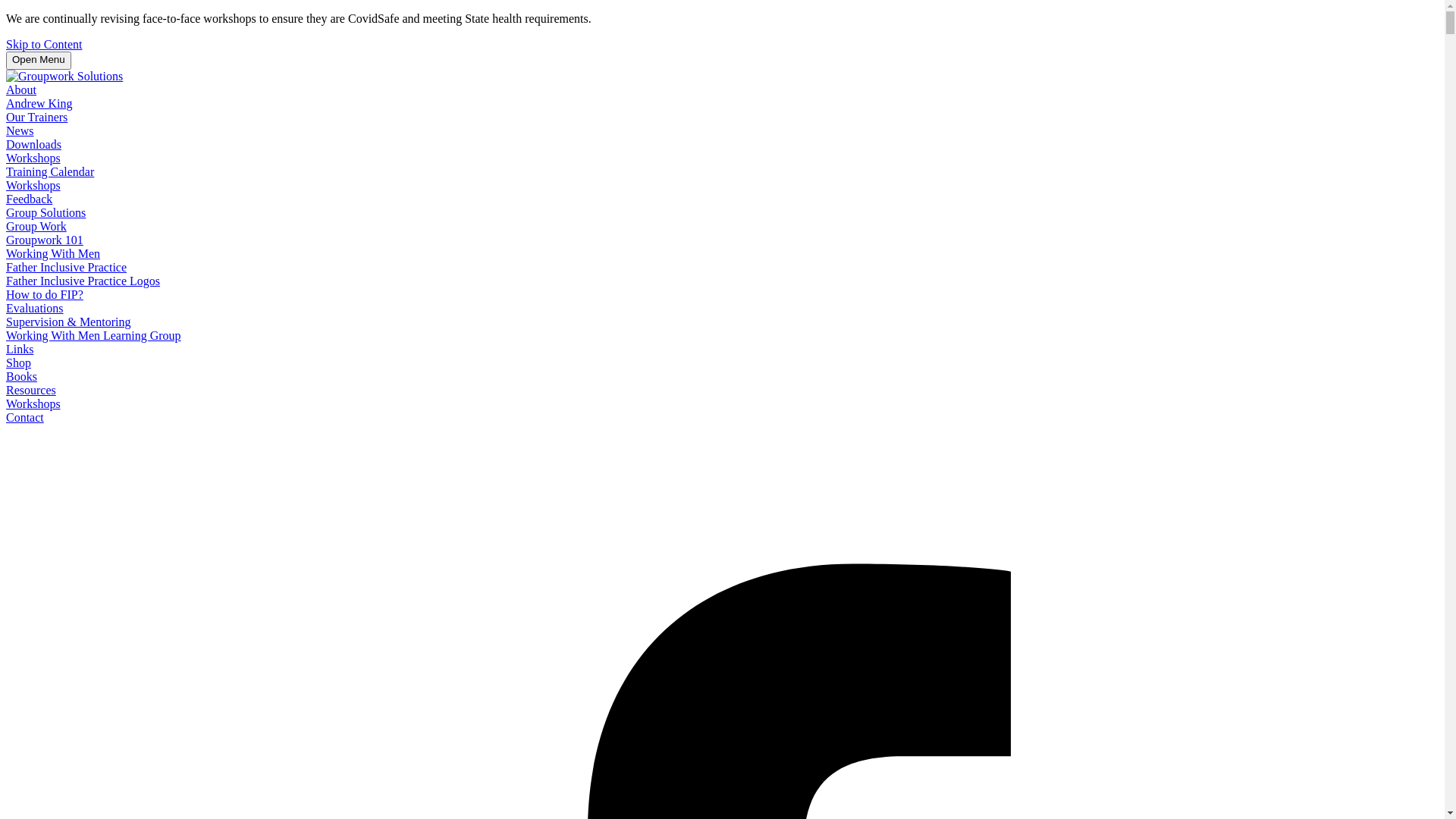 Image resolution: width=1456 pixels, height=819 pixels. What do you see at coordinates (36, 226) in the screenshot?
I see `'Group Work'` at bounding box center [36, 226].